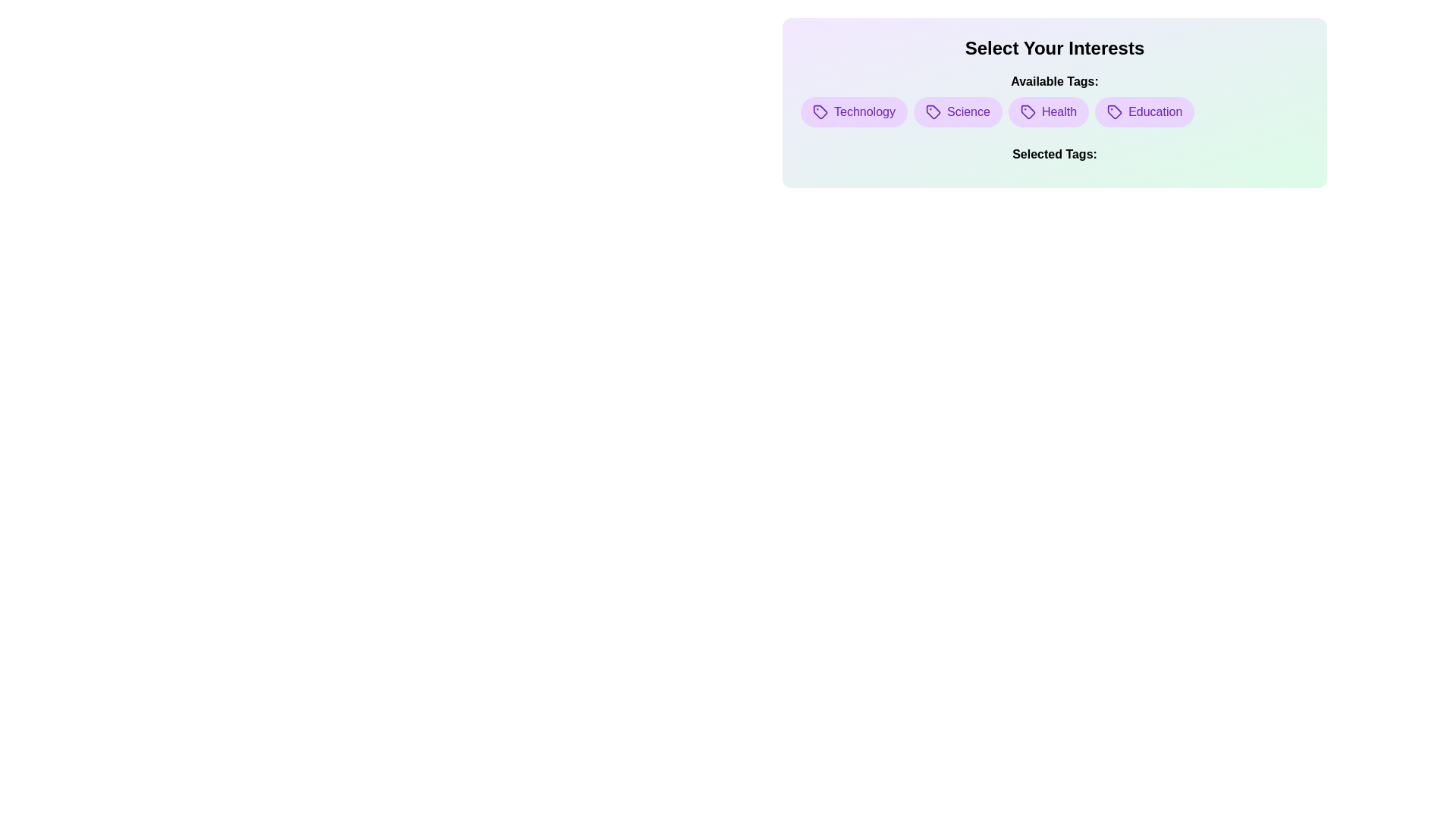 The image size is (1456, 819). What do you see at coordinates (1047, 111) in the screenshot?
I see `the 'Health' tag, which is the third item in a horizontal list of categories including 'Technology', 'Science', 'Health', and 'Education'` at bounding box center [1047, 111].